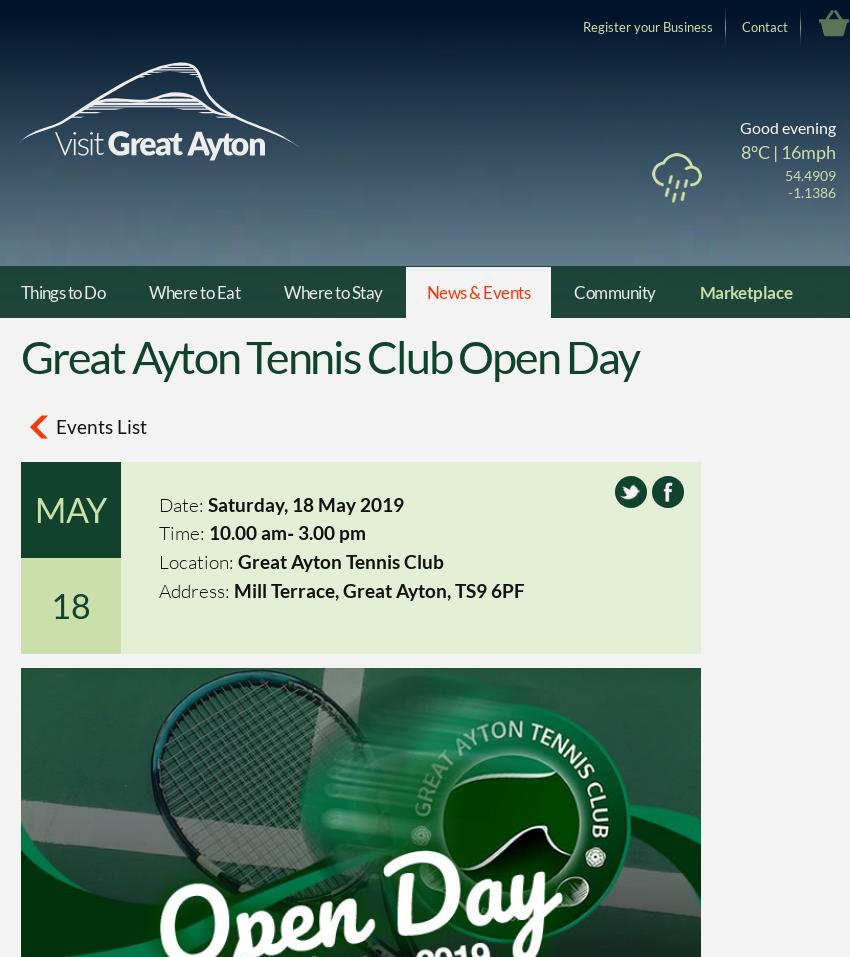 This screenshot has height=957, width=850. What do you see at coordinates (810, 175) in the screenshot?
I see `'54.4909'` at bounding box center [810, 175].